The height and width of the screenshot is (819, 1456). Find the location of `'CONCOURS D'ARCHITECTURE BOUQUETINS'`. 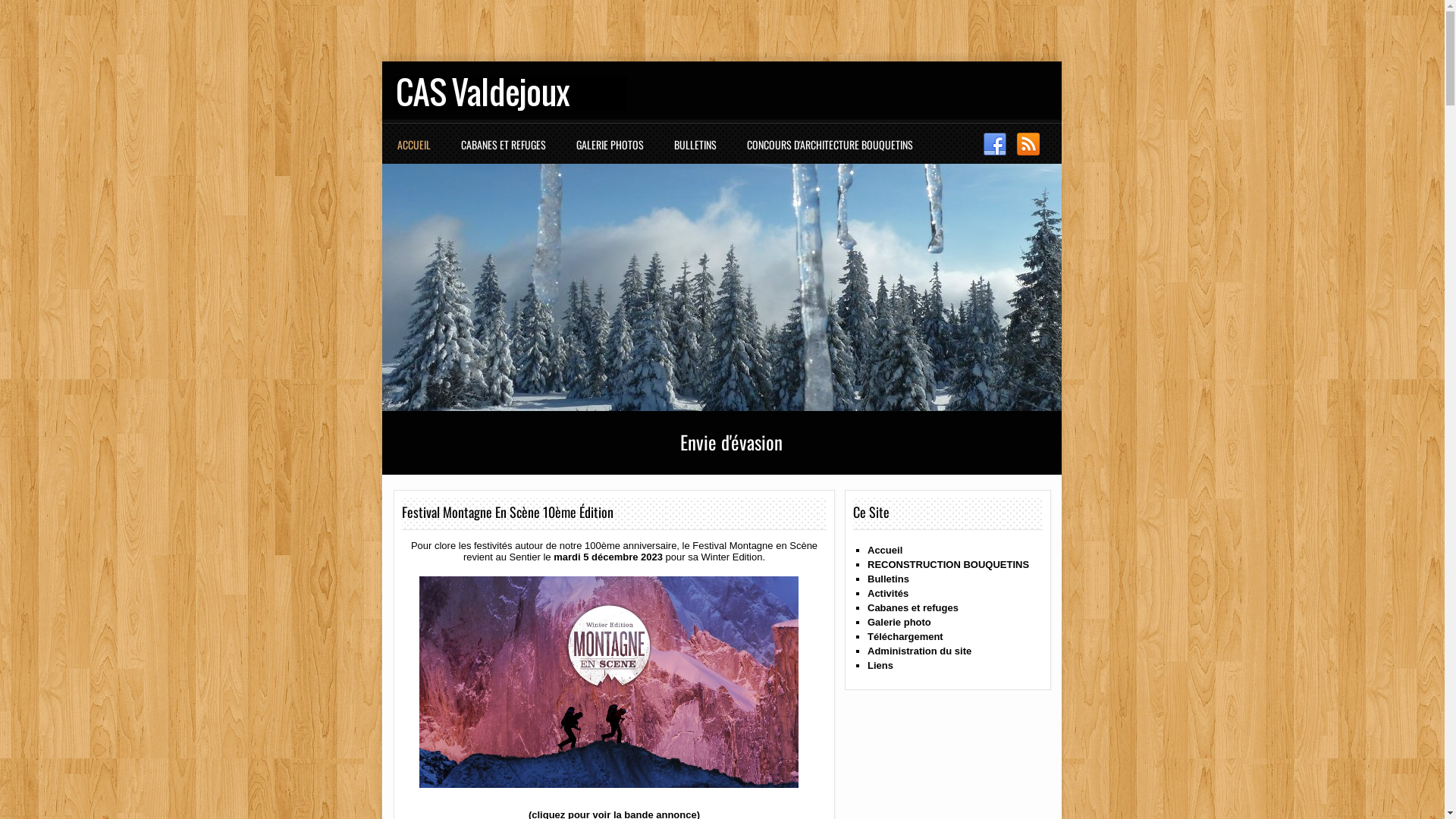

'CONCOURS D'ARCHITECTURE BOUQUETINS' is located at coordinates (833, 152).